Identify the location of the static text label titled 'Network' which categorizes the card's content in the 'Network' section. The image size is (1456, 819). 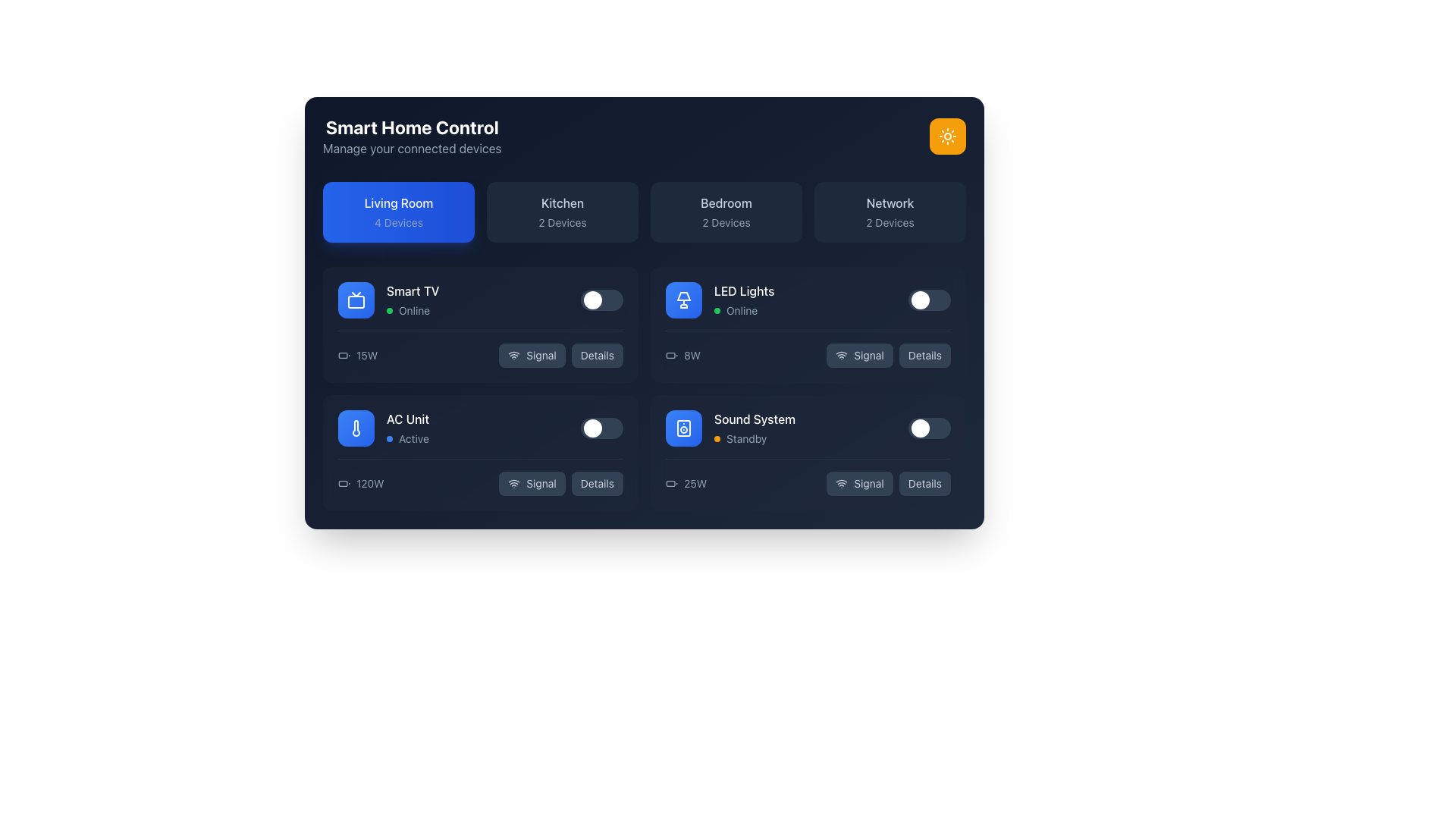
(890, 202).